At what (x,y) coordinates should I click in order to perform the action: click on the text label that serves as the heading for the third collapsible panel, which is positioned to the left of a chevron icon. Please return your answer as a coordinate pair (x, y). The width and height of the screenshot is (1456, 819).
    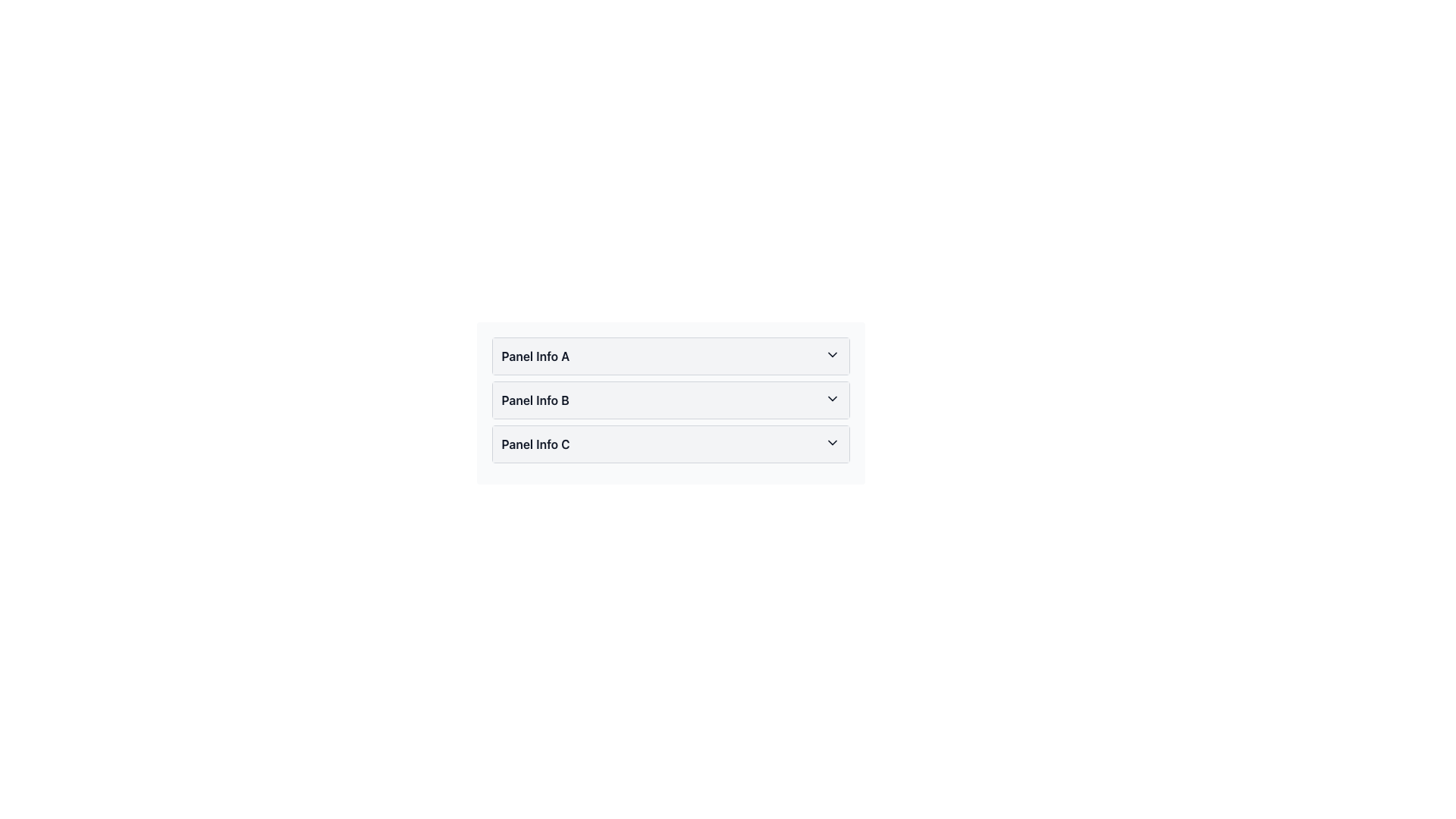
    Looking at the image, I should click on (535, 444).